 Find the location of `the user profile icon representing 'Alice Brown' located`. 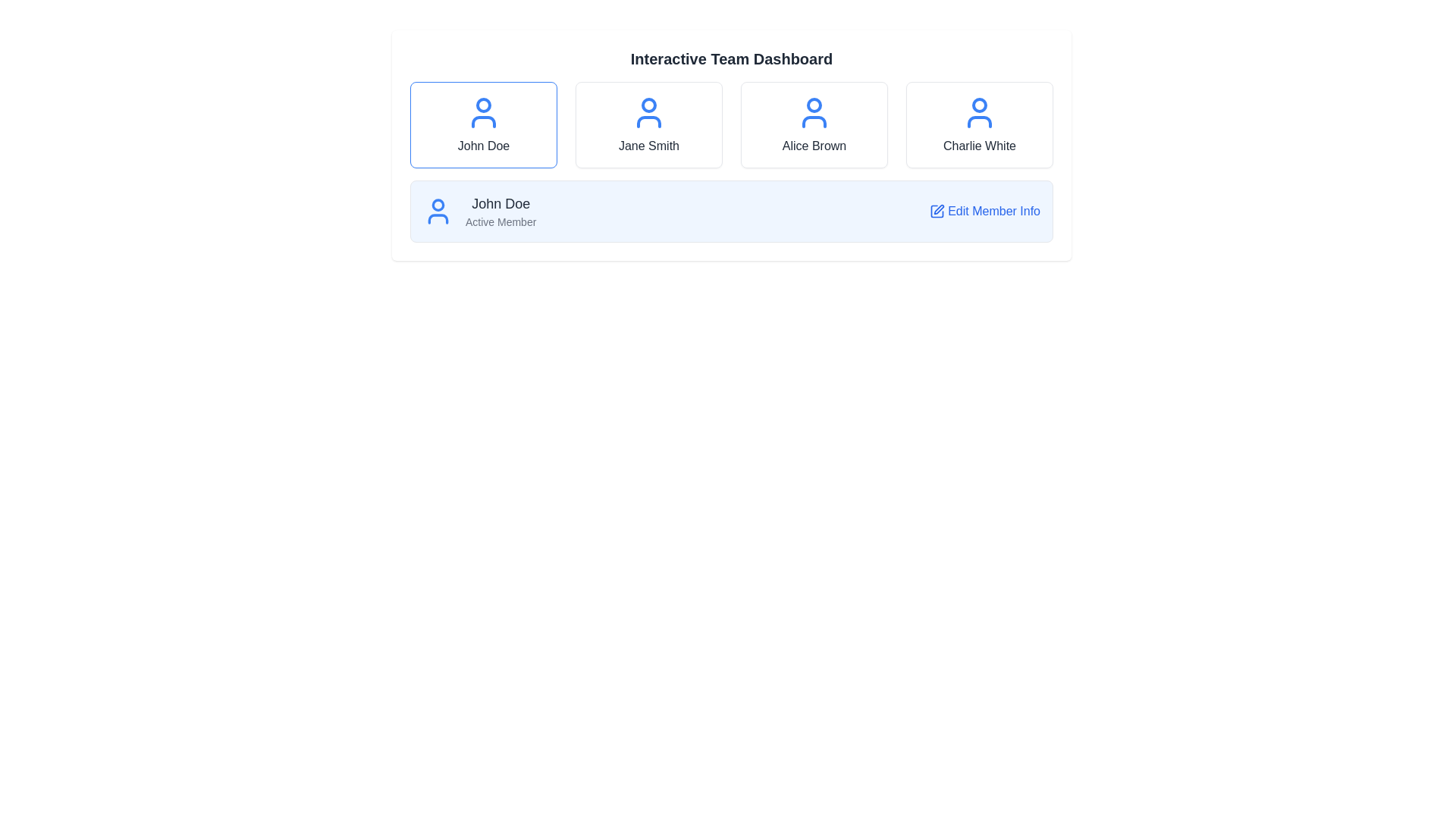

the user profile icon representing 'Alice Brown' located is located at coordinates (814, 112).